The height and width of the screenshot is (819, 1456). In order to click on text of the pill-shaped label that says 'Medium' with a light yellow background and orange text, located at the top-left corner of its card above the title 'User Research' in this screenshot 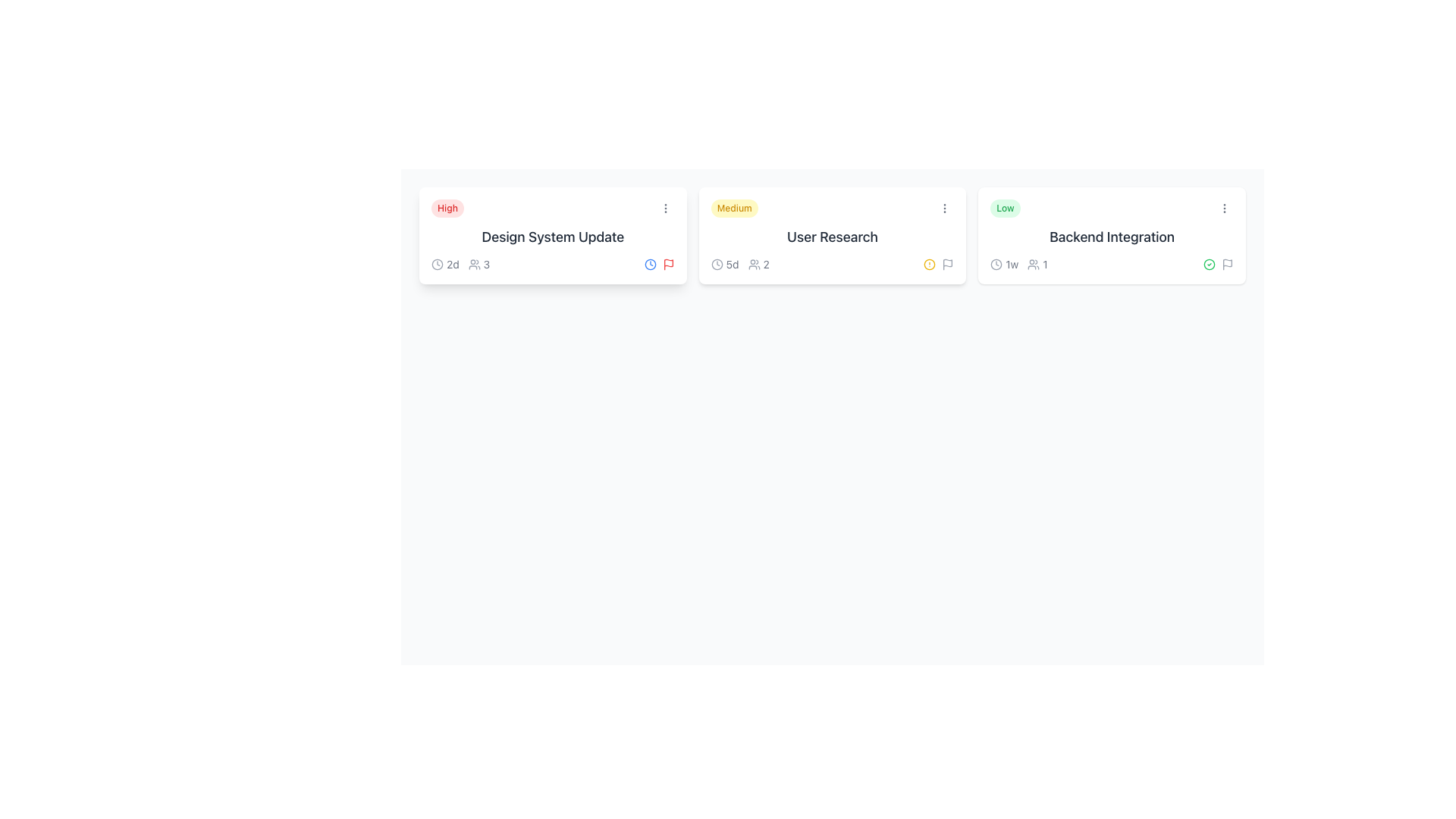, I will do `click(734, 208)`.